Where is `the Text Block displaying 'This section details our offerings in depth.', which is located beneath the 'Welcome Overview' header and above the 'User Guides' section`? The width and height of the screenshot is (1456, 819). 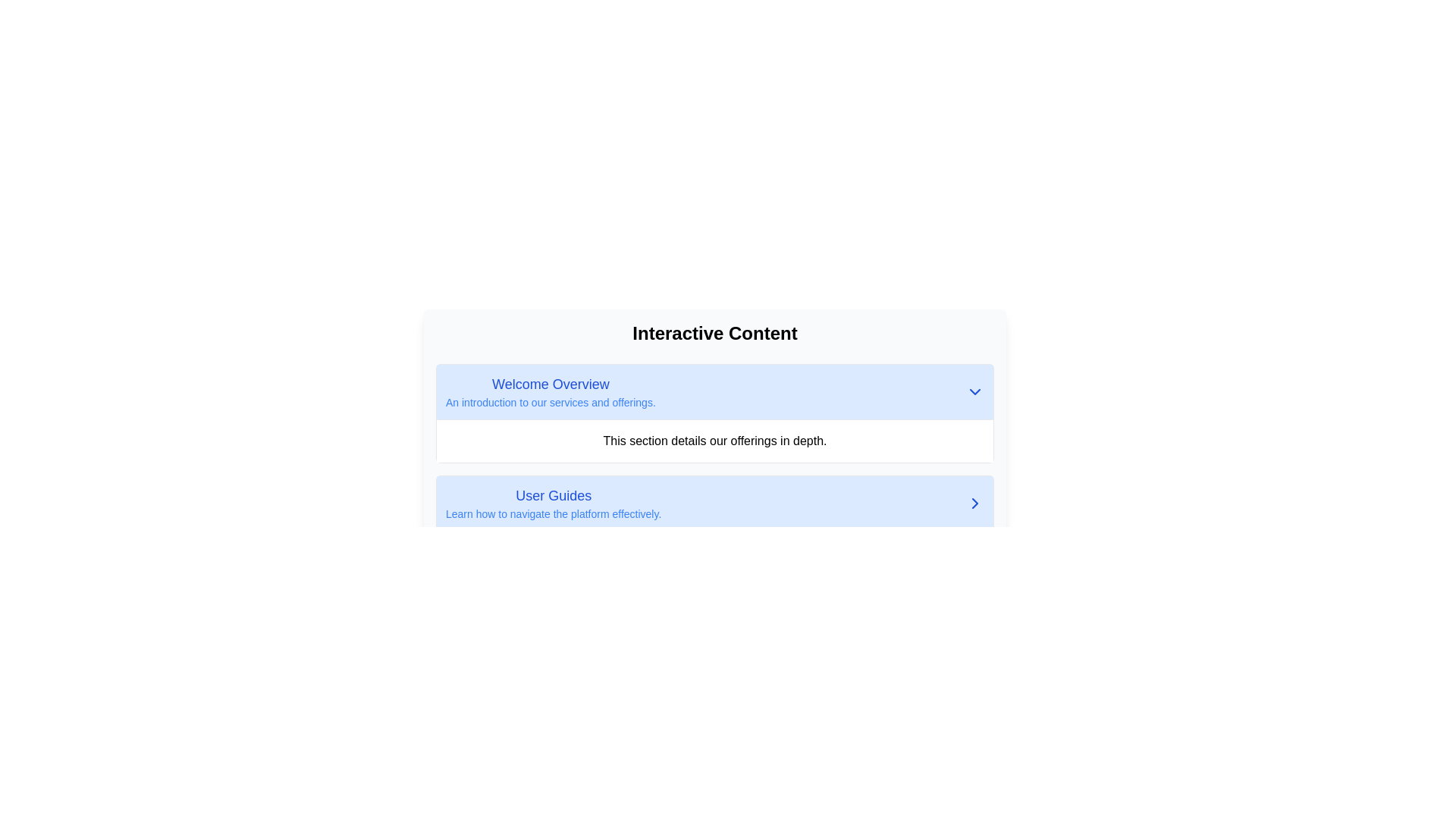
the Text Block displaying 'This section details our offerings in depth.', which is located beneath the 'Welcome Overview' header and above the 'User Guides' section is located at coordinates (714, 441).